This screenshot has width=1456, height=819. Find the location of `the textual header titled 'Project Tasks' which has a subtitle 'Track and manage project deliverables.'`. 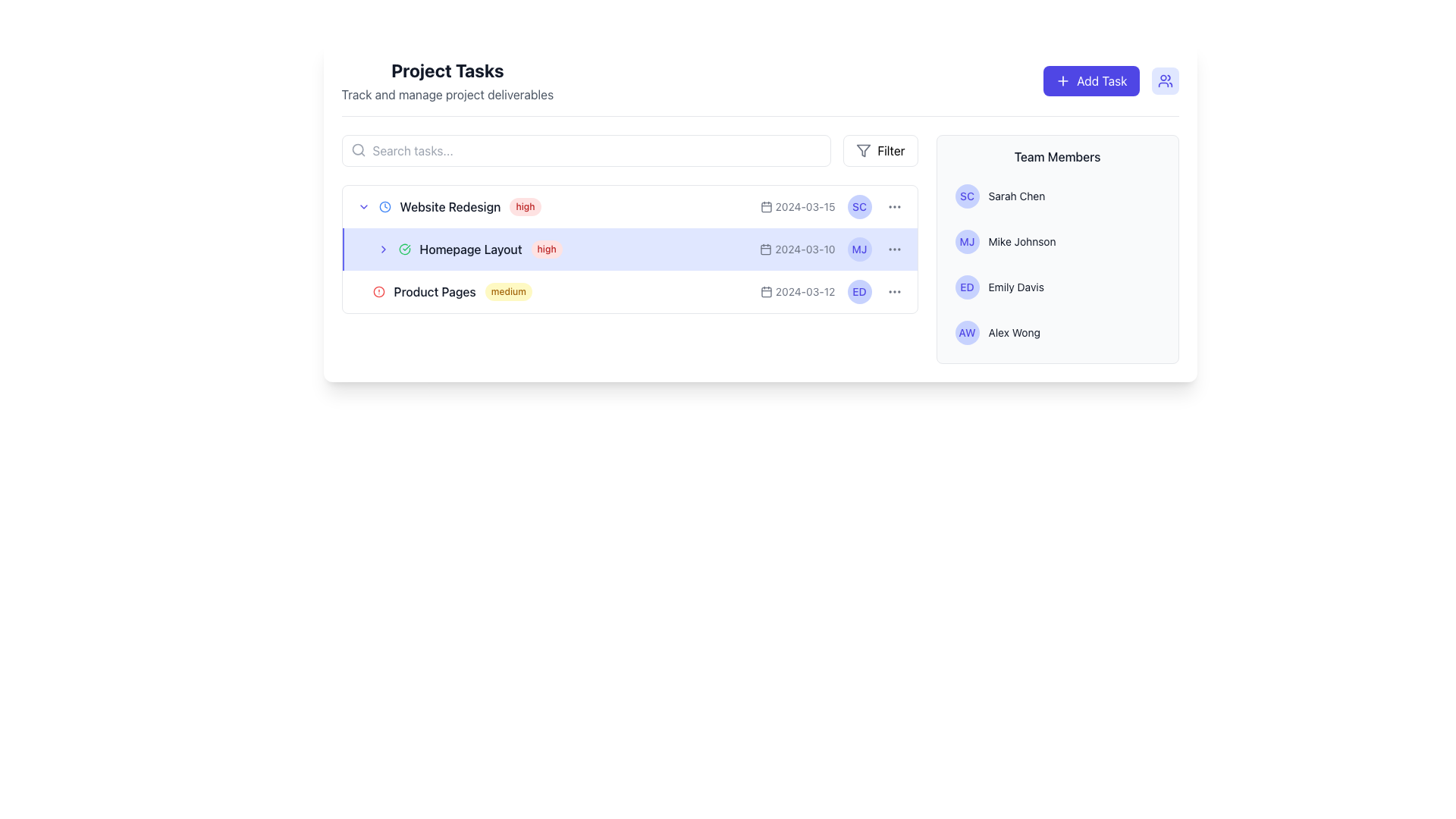

the textual header titled 'Project Tasks' which has a subtitle 'Track and manage project deliverables.' is located at coordinates (447, 81).